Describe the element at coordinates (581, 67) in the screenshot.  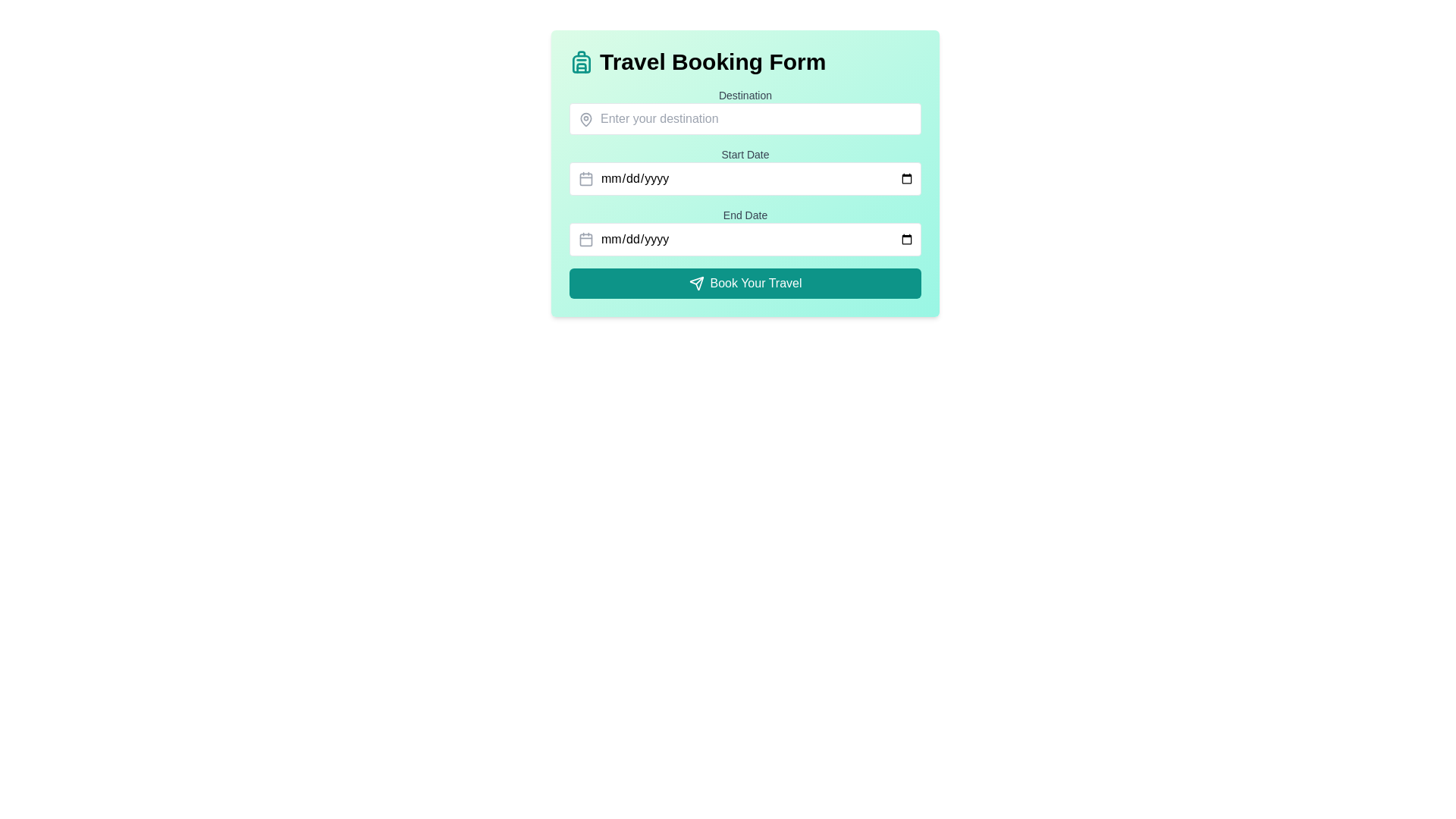
I see `the curved base of the backpack icon in the header section of the travel booking form` at that location.